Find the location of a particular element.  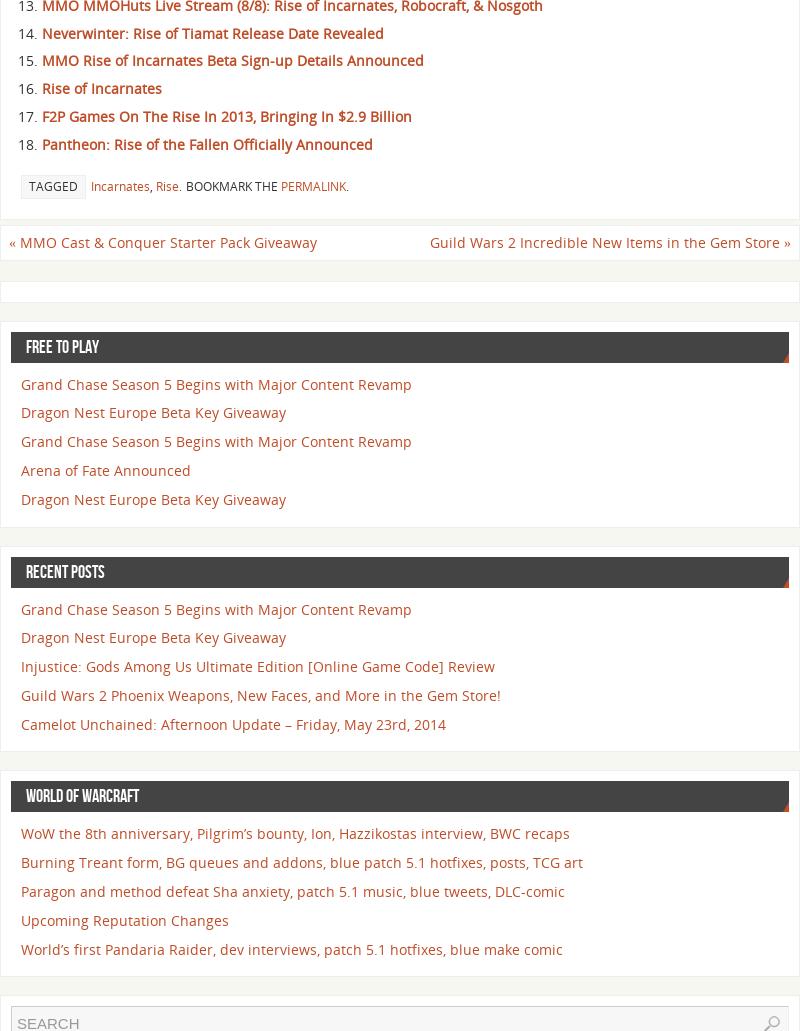

'F2P Games On The Rise In 2013, Bringing In $2.9 Billion' is located at coordinates (227, 114).